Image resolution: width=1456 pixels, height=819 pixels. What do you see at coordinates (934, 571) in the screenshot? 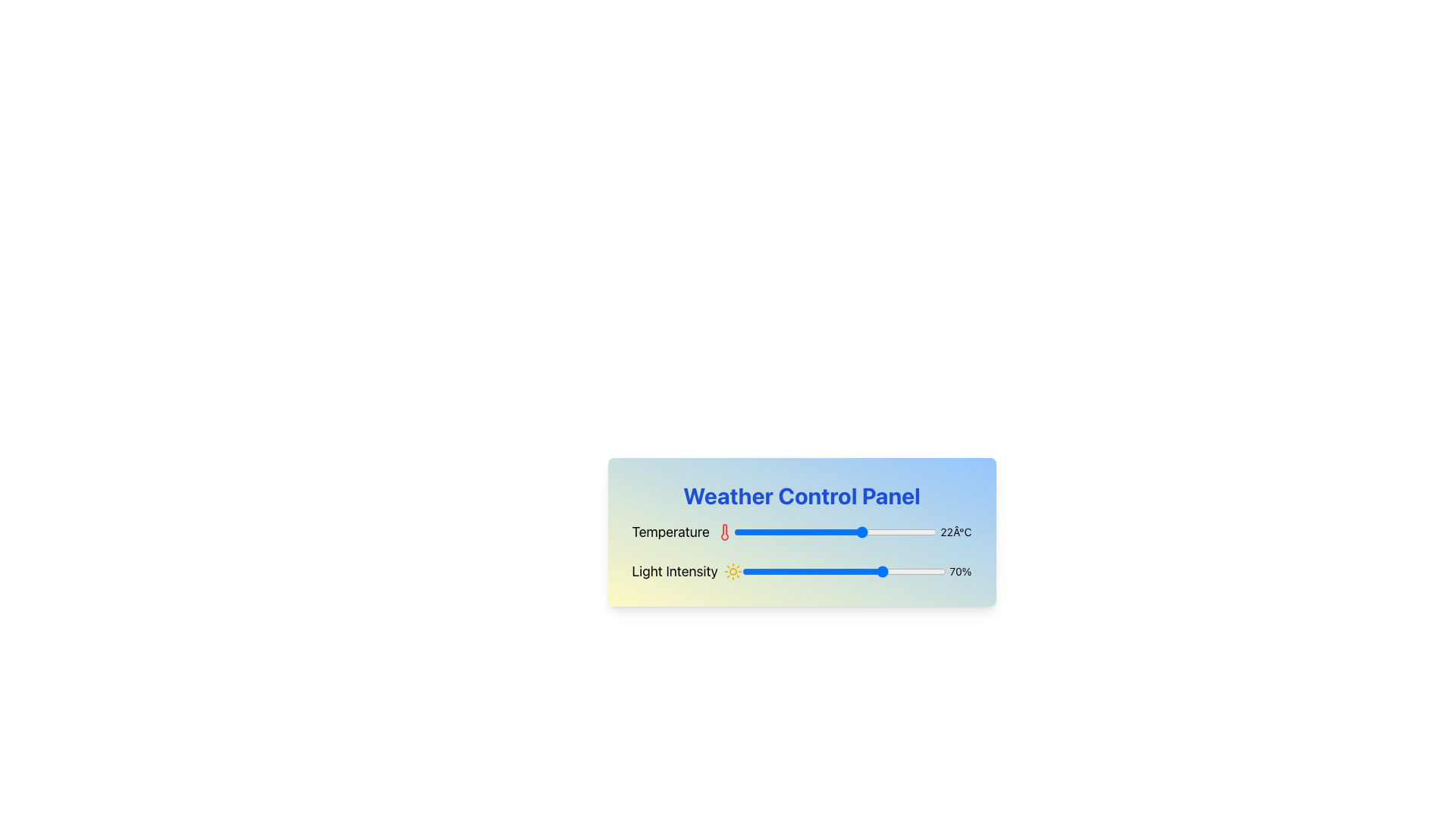
I see `light intensity` at bounding box center [934, 571].